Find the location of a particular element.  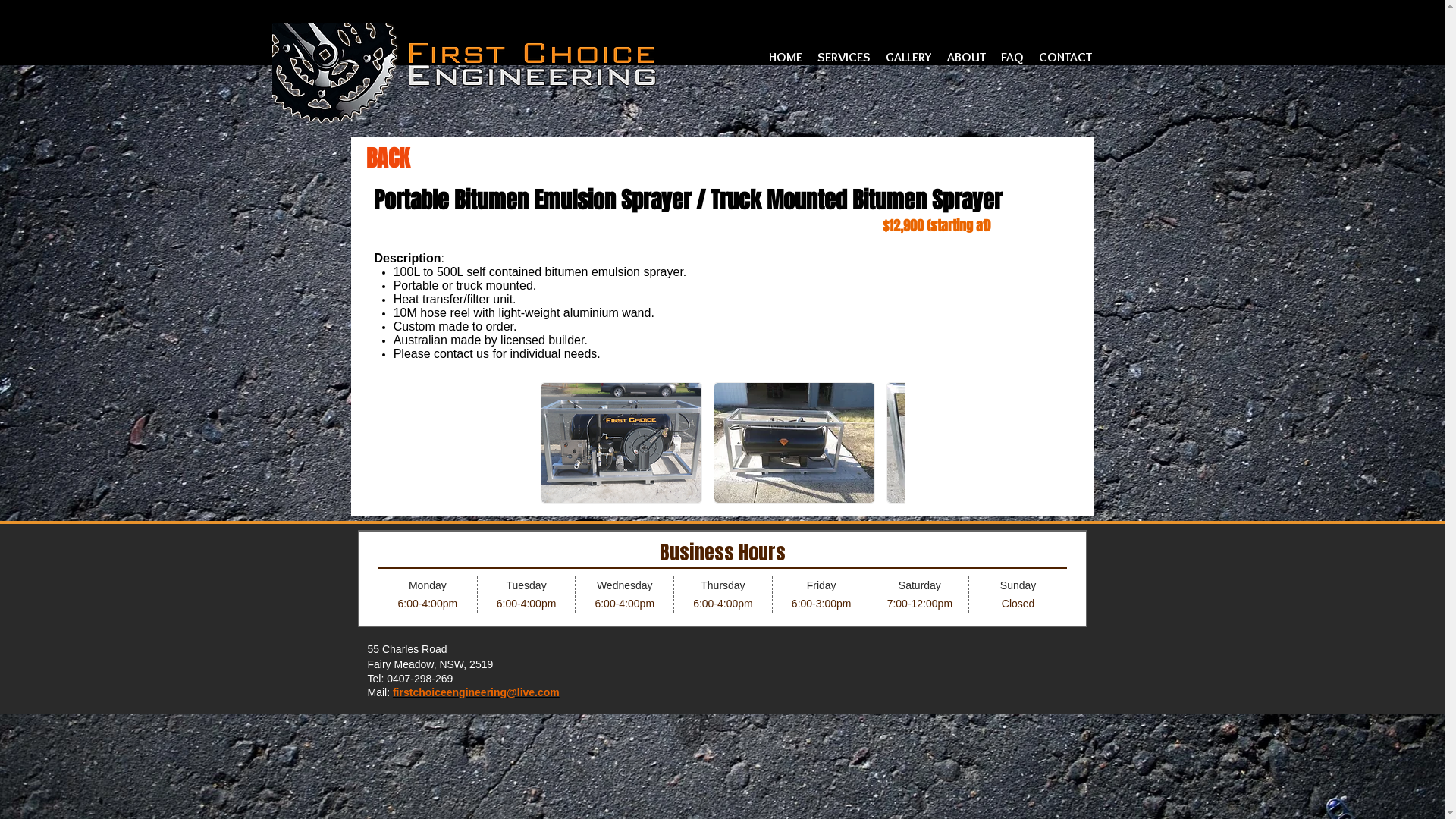

'BACK' is located at coordinates (365, 158).